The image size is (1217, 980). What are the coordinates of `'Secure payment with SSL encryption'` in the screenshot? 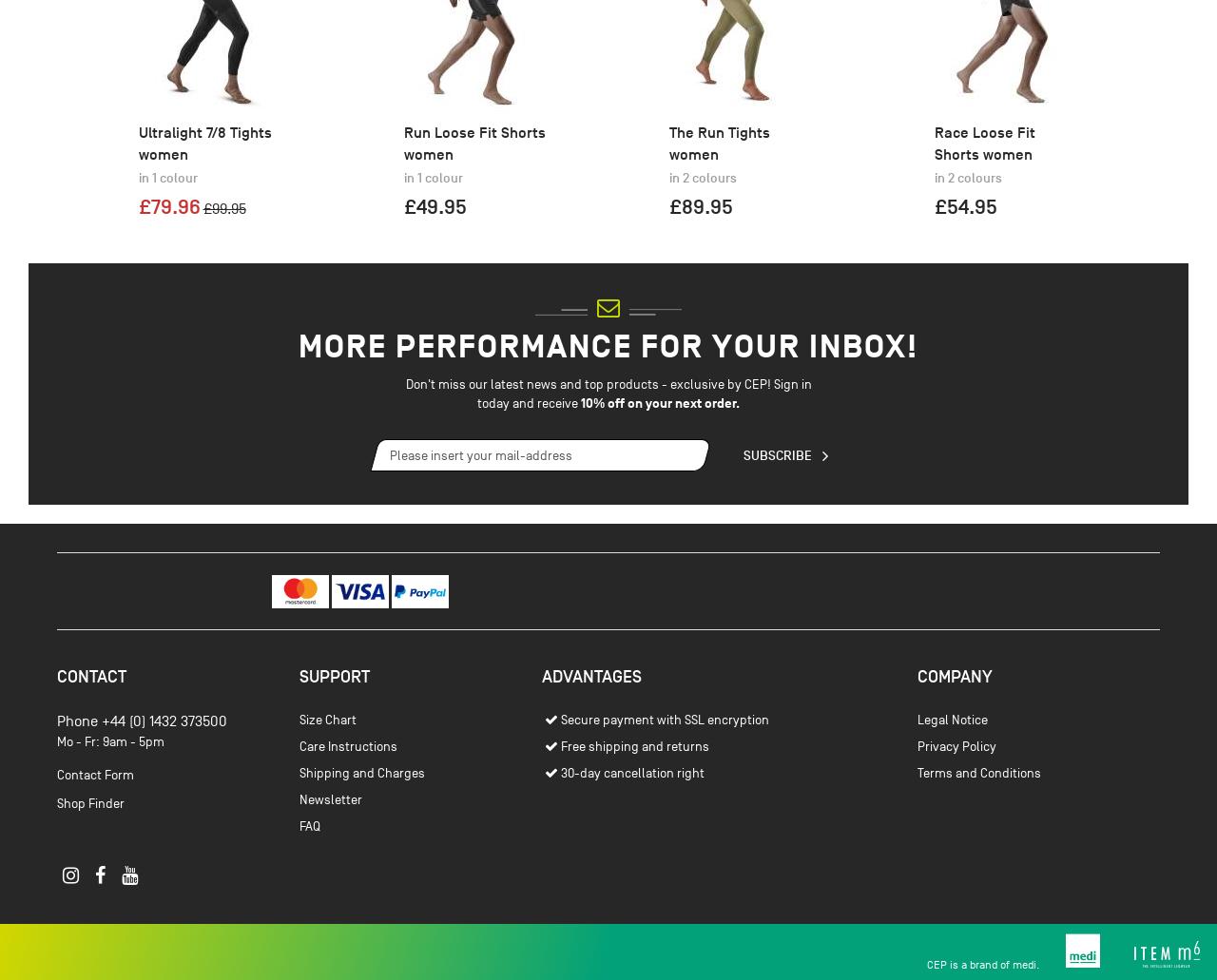 It's located at (559, 820).